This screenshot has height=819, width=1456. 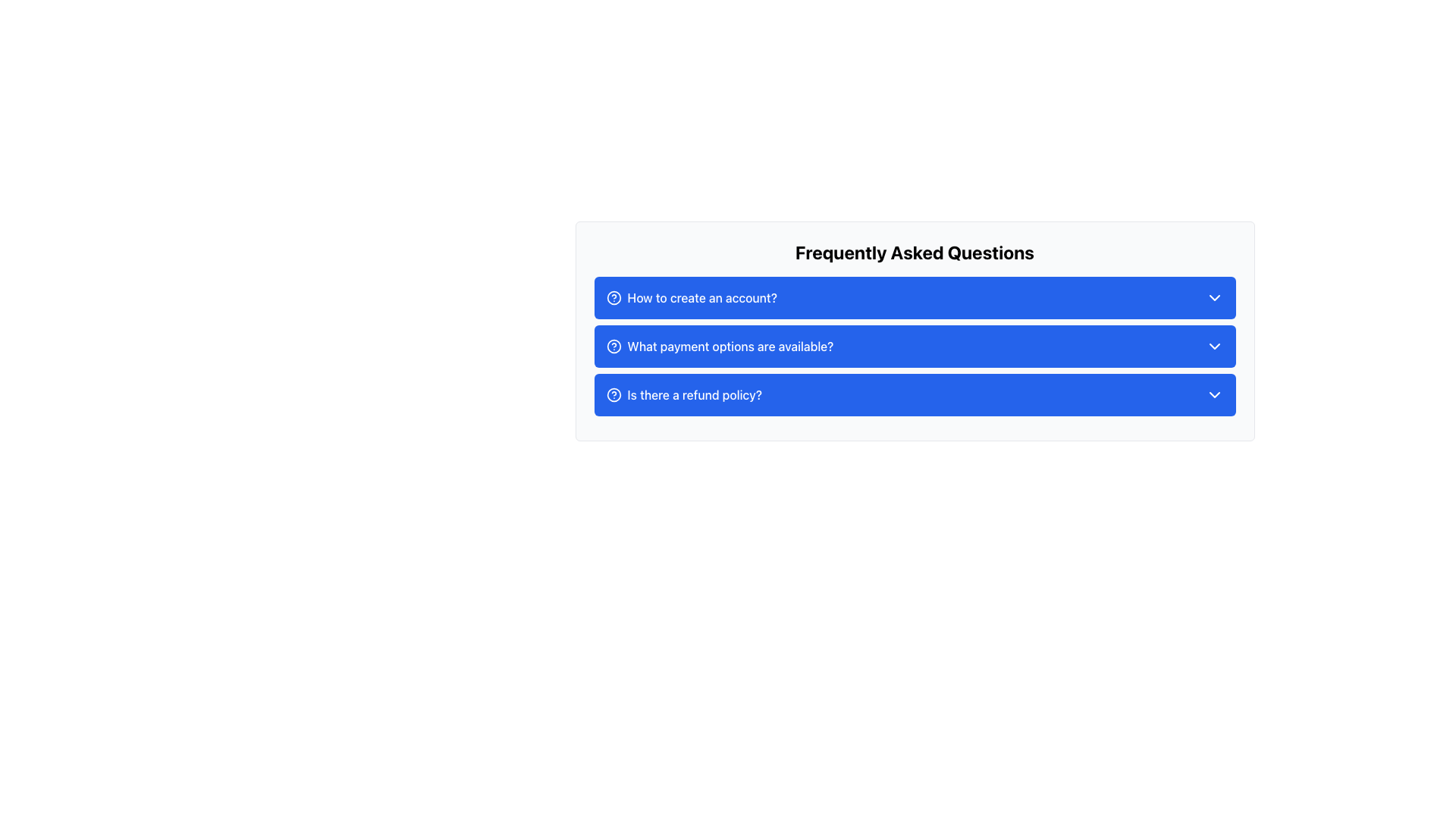 What do you see at coordinates (1214, 346) in the screenshot?
I see `the right-aligned chevron-down icon that toggles the dropdown menu for the 'What payment options are available?' question` at bounding box center [1214, 346].